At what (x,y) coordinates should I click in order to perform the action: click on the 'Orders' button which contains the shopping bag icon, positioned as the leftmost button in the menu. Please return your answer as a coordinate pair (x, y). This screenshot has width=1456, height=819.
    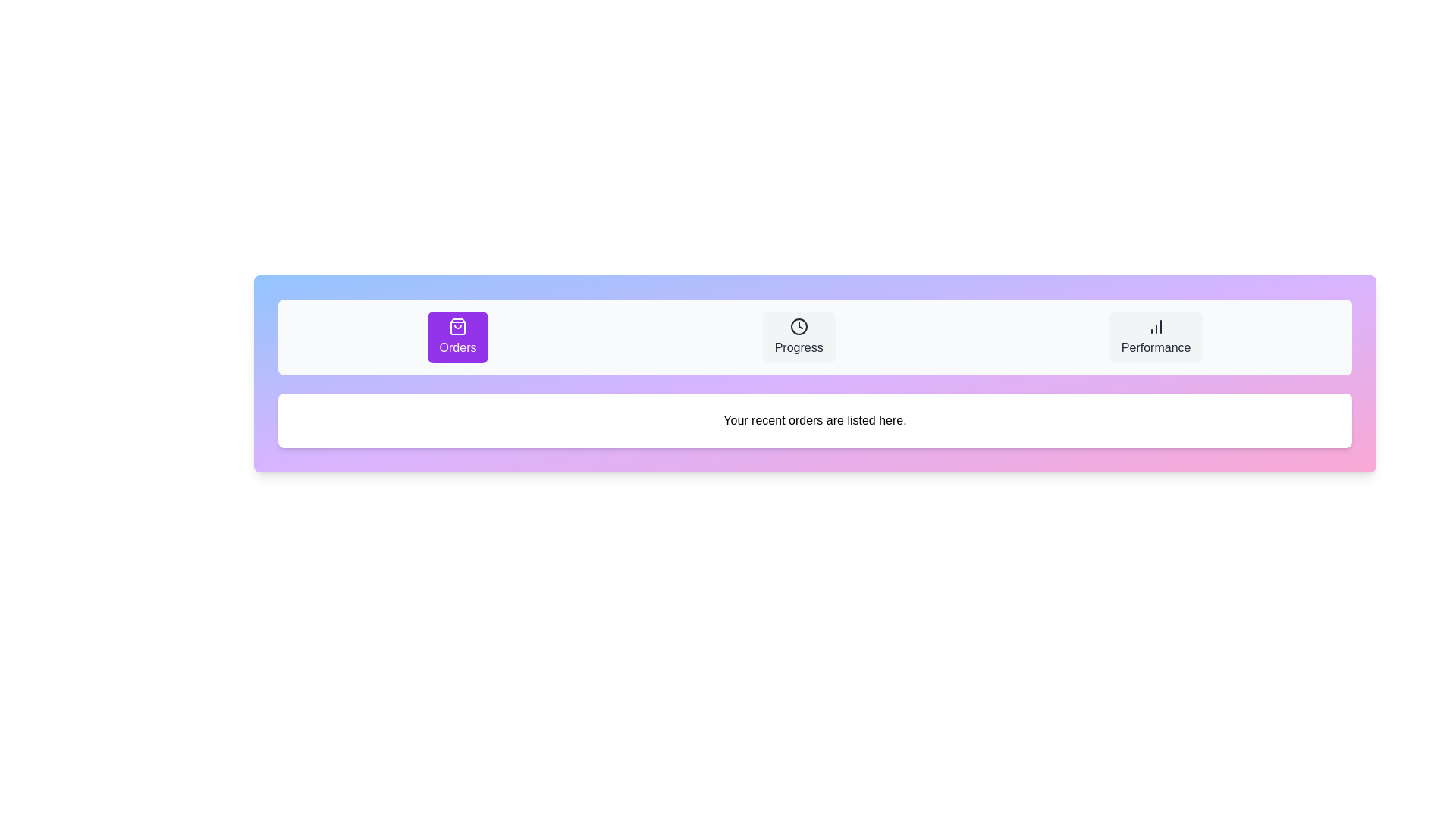
    Looking at the image, I should click on (457, 326).